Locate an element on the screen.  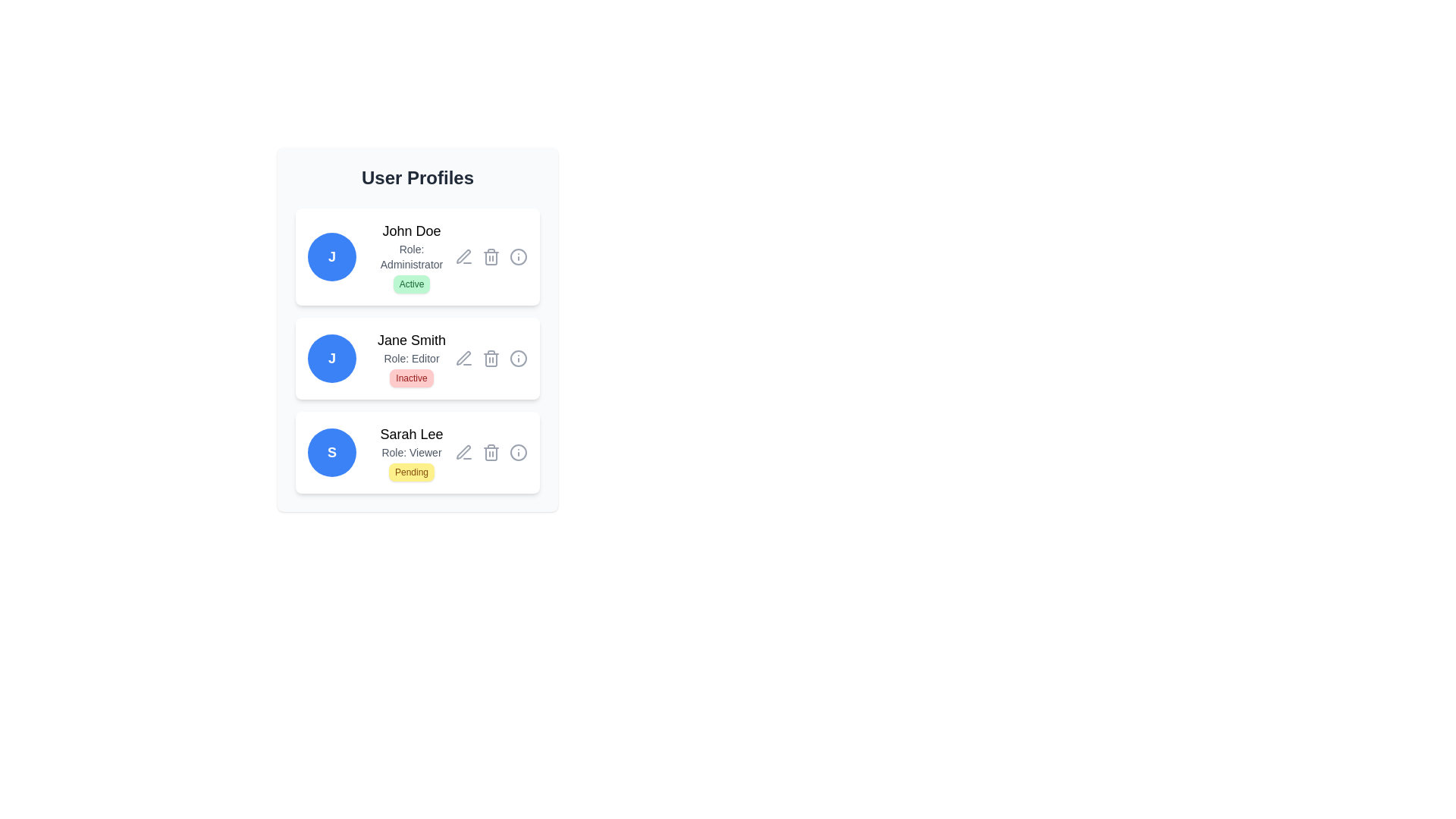
the trash bin icon is located at coordinates (491, 452).